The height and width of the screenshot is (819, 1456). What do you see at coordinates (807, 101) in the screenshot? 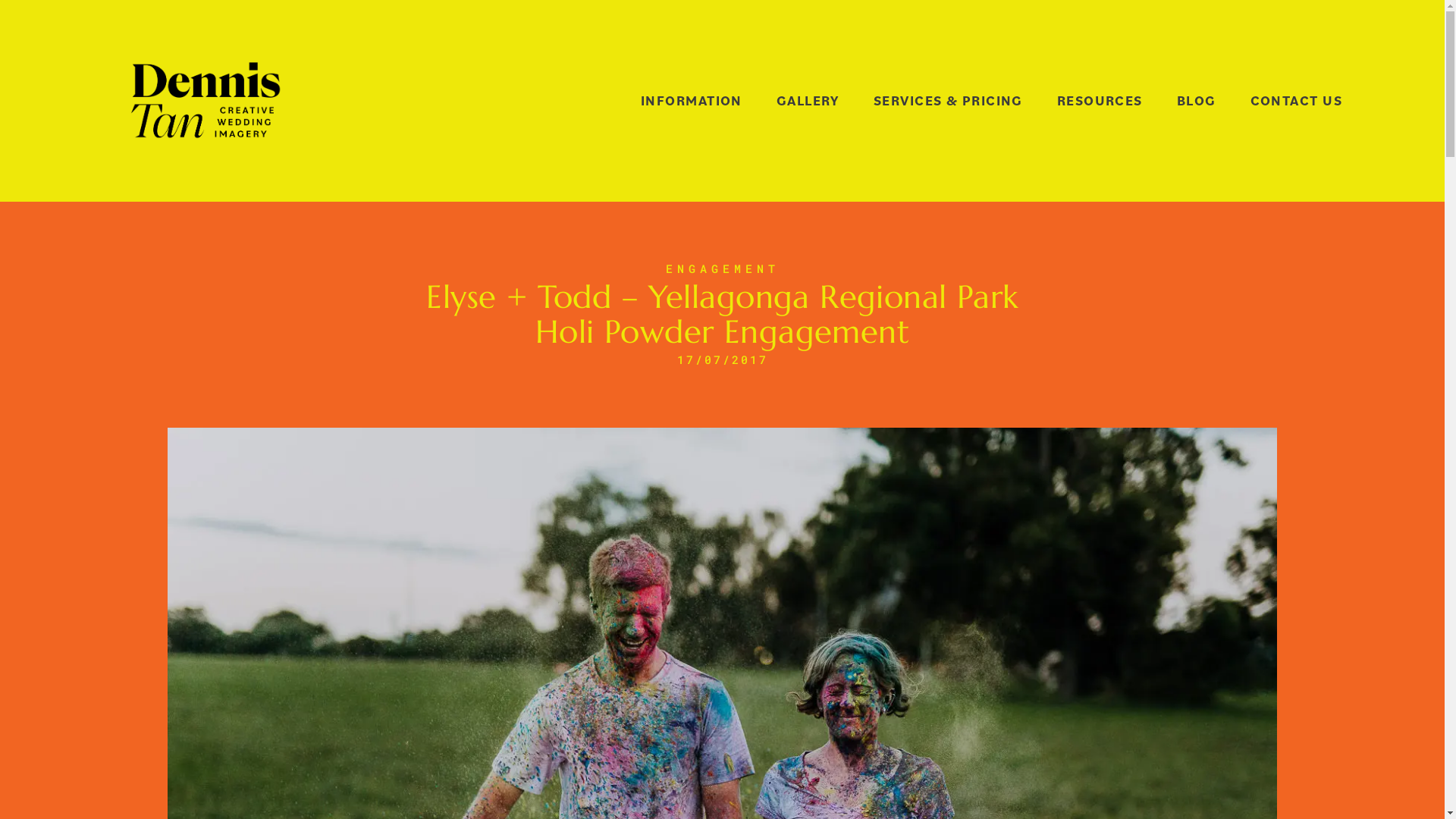
I see `'GALLERY'` at bounding box center [807, 101].